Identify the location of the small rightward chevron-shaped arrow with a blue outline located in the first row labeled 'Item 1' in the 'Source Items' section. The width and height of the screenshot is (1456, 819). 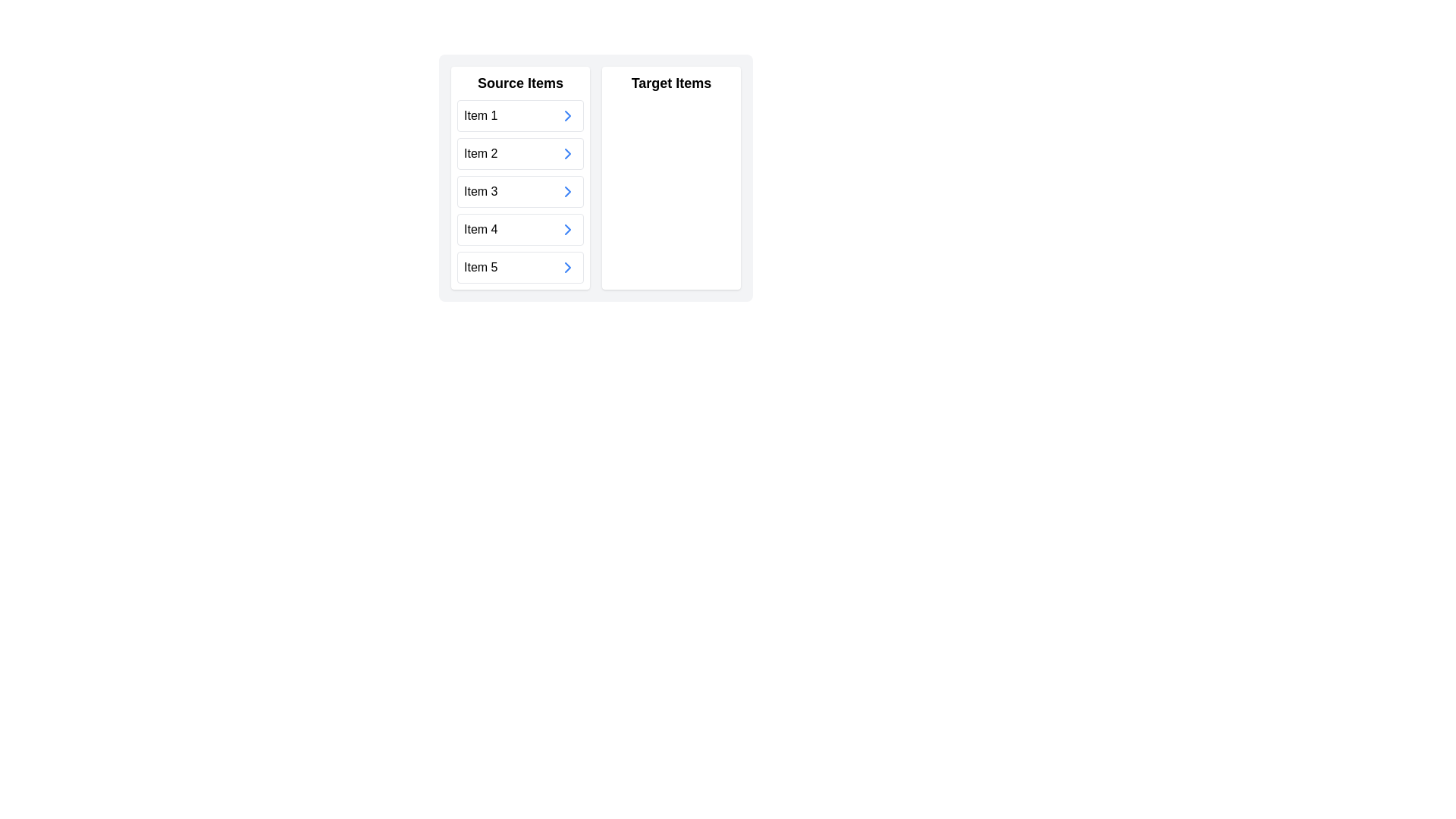
(566, 115).